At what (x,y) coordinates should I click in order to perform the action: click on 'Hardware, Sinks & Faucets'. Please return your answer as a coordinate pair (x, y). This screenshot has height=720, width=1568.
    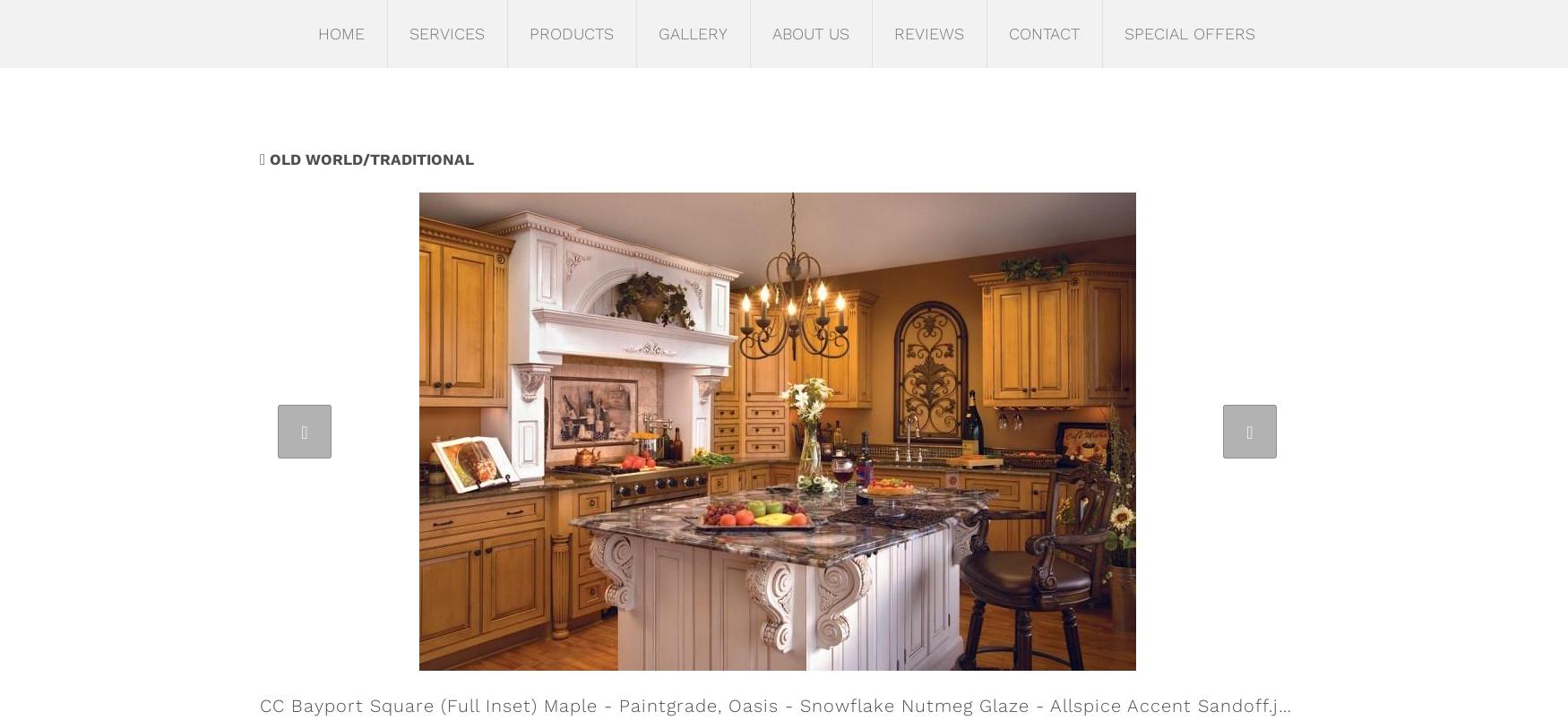
    Looking at the image, I should click on (593, 201).